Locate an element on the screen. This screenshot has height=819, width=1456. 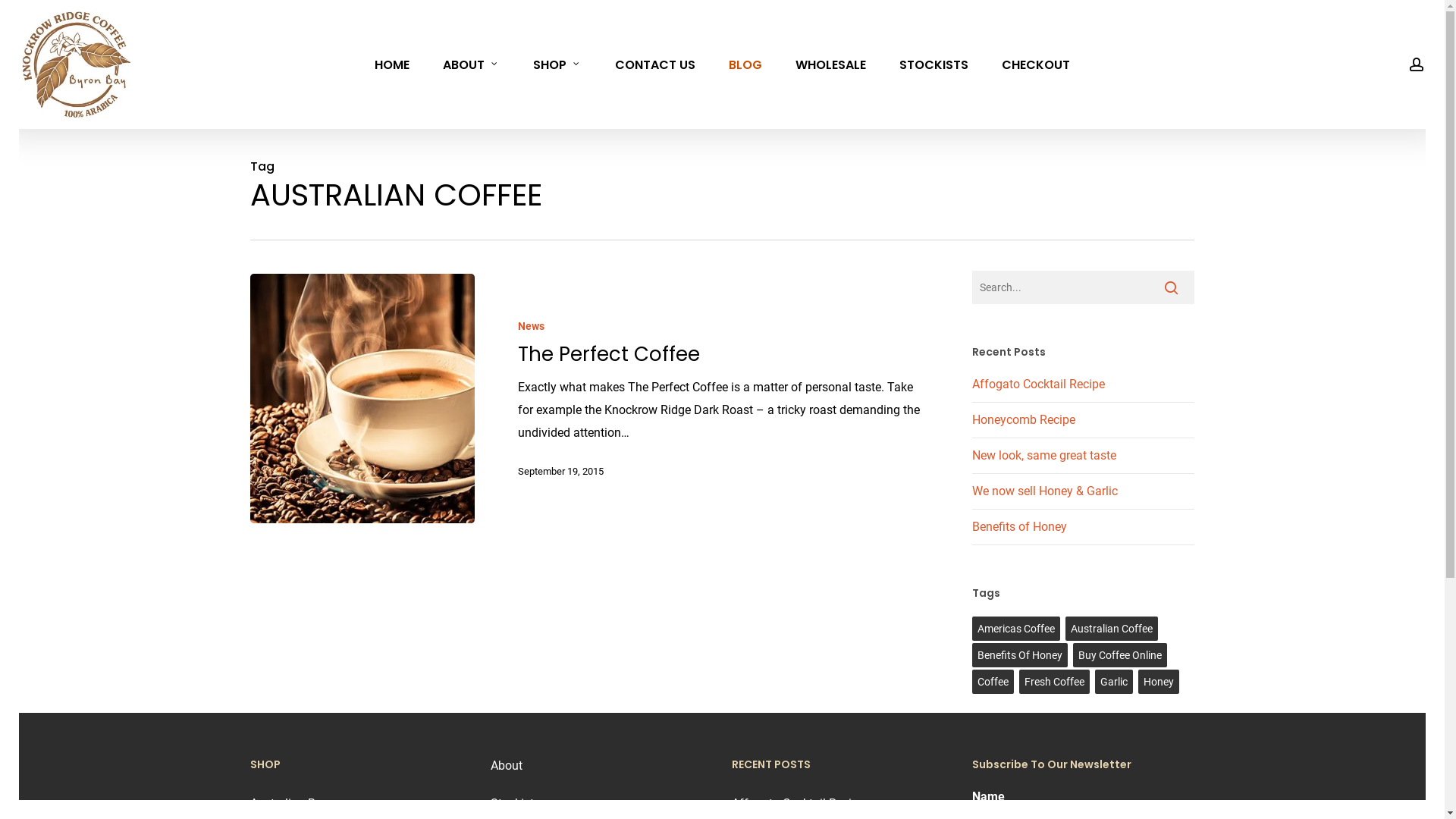
'Stockists' is located at coordinates (515, 802).